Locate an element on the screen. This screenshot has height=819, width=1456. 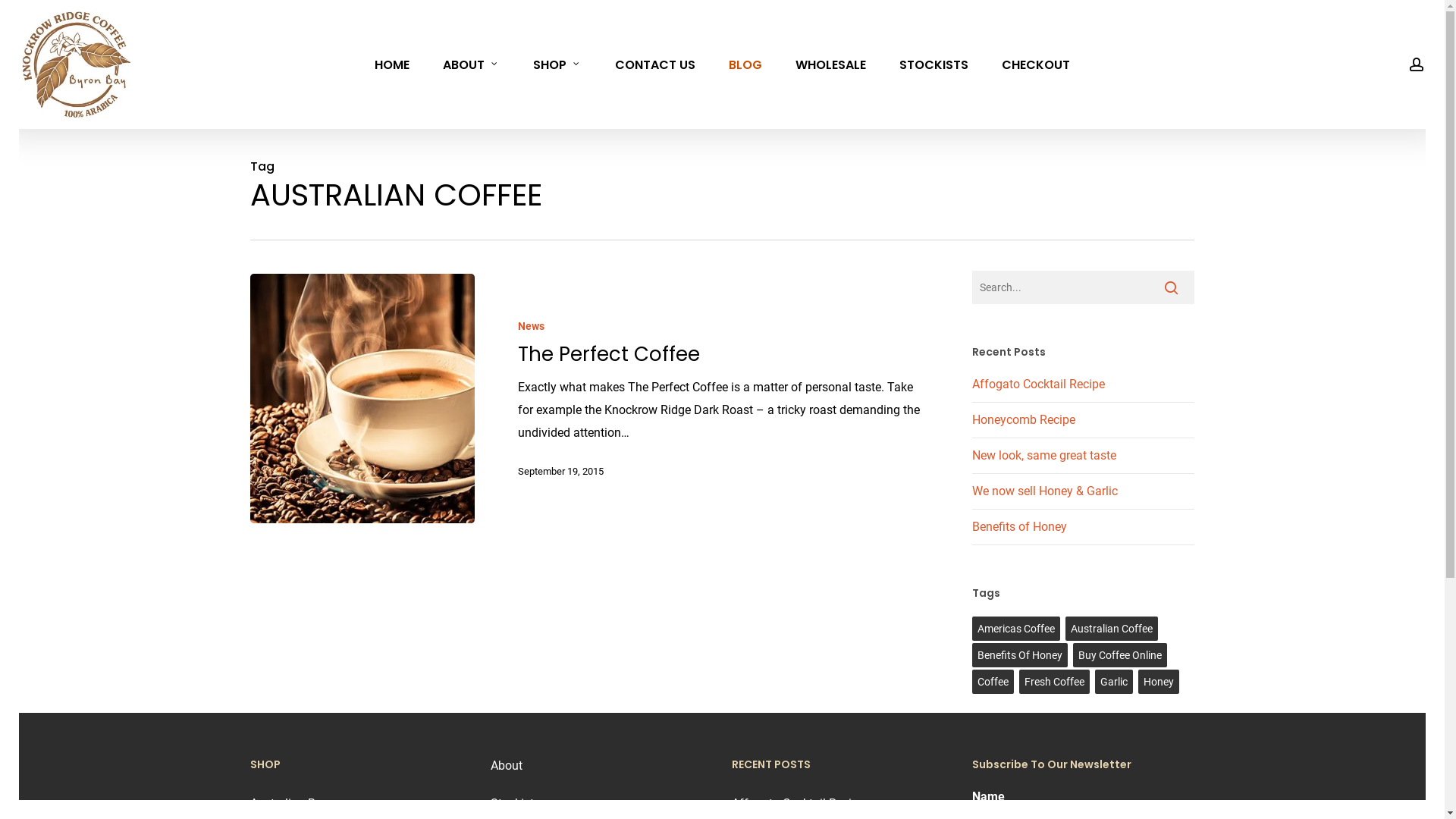
'Stockists' is located at coordinates (515, 802).